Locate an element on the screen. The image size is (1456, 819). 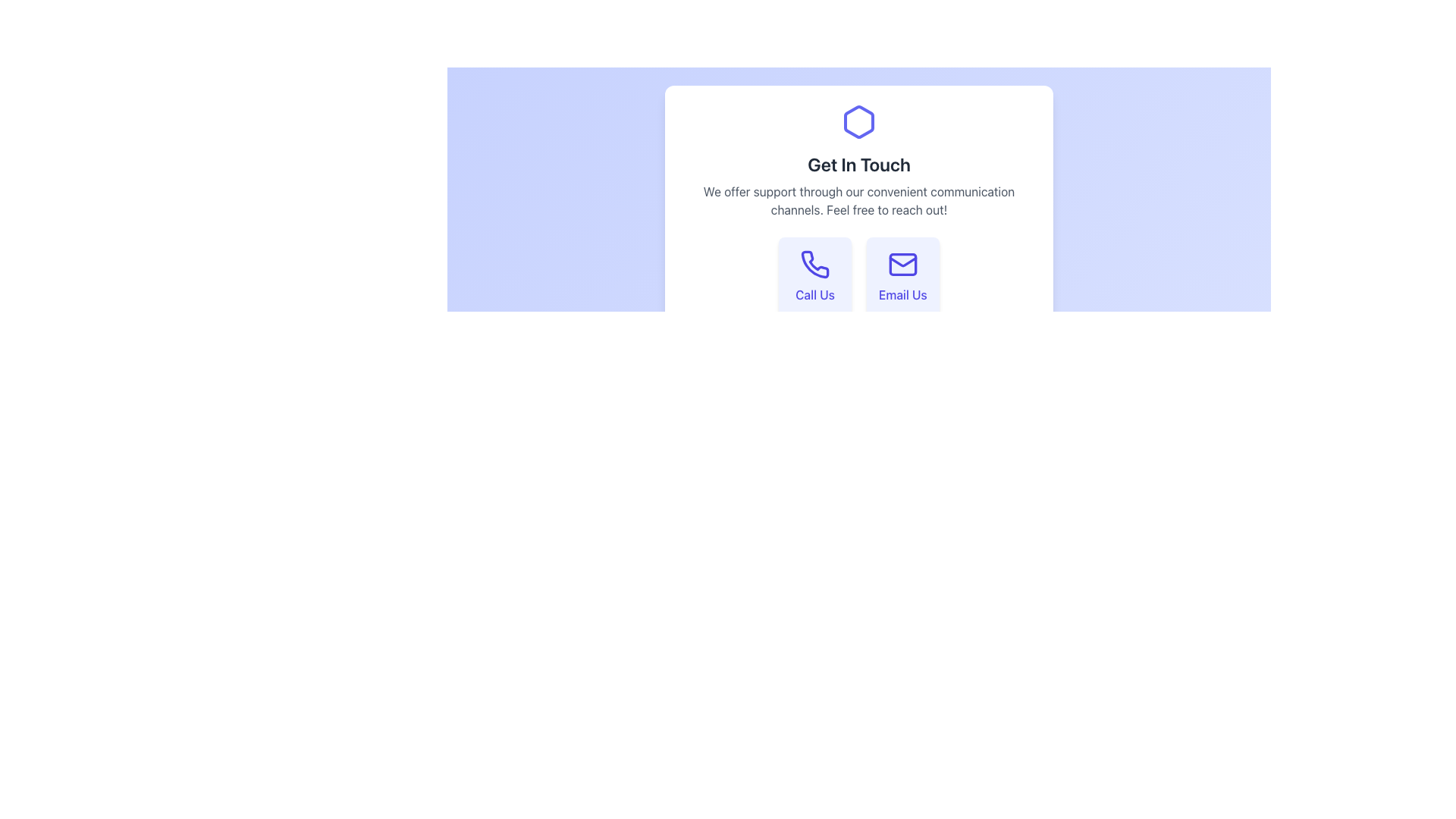
text label located below the indigo phone icon that indicates the purpose of the 'Call Us' action is located at coordinates (814, 295).